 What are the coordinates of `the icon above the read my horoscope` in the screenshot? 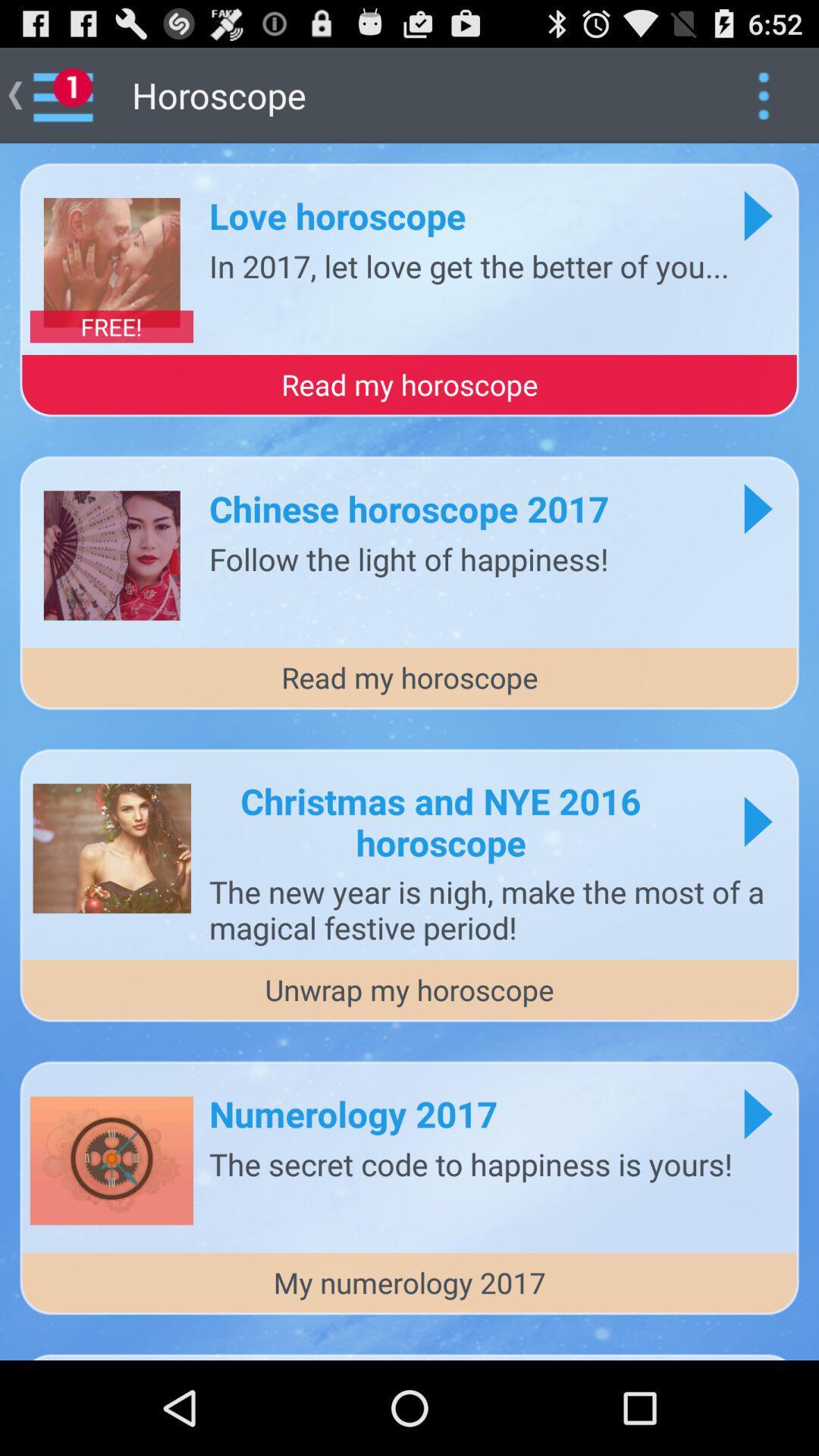 It's located at (111, 325).